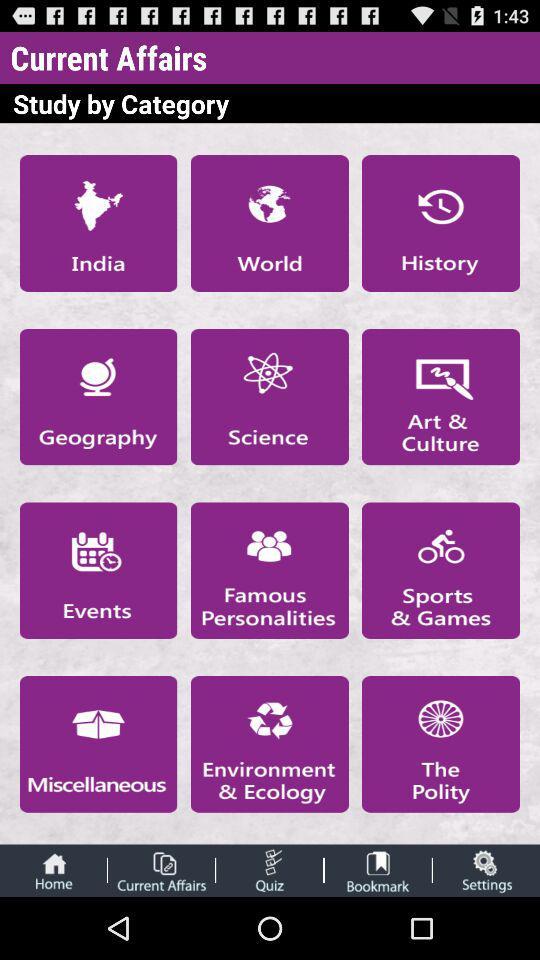  Describe the element at coordinates (378, 931) in the screenshot. I see `the avatar icon` at that location.